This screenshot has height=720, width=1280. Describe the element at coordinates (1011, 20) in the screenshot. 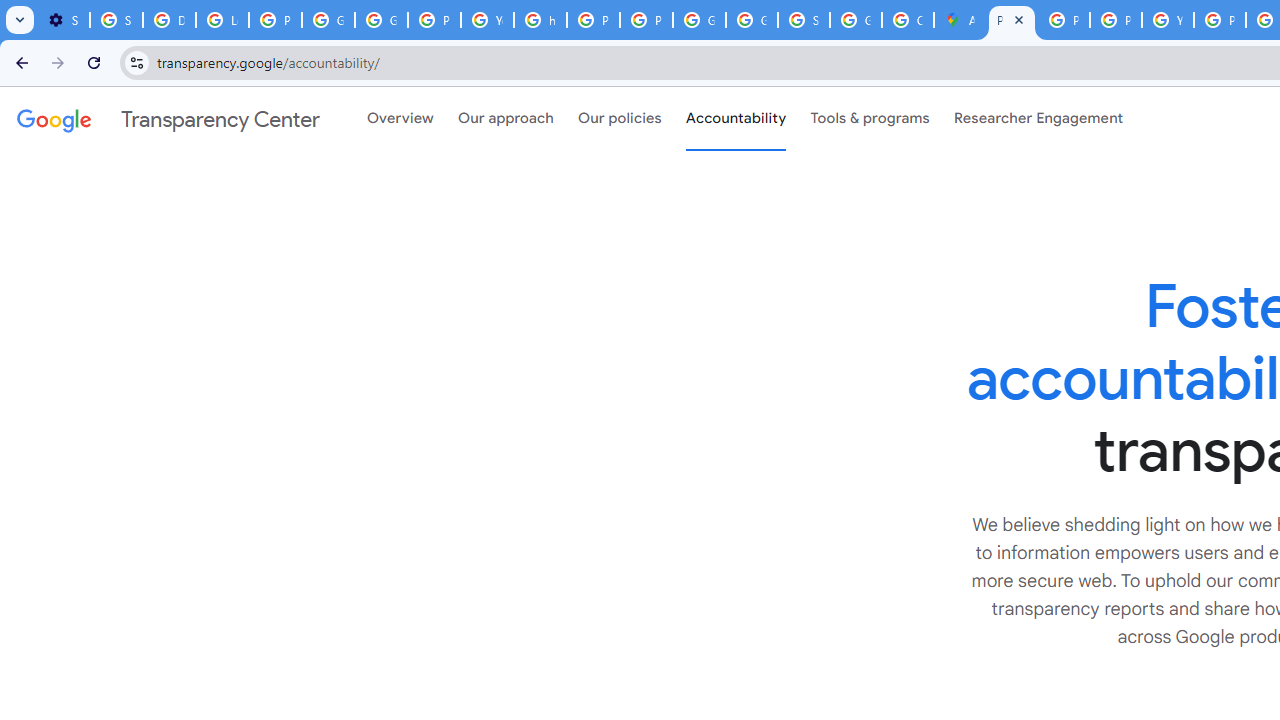

I see `'Policy Accountability and Transparency - Transparency Center'` at that location.